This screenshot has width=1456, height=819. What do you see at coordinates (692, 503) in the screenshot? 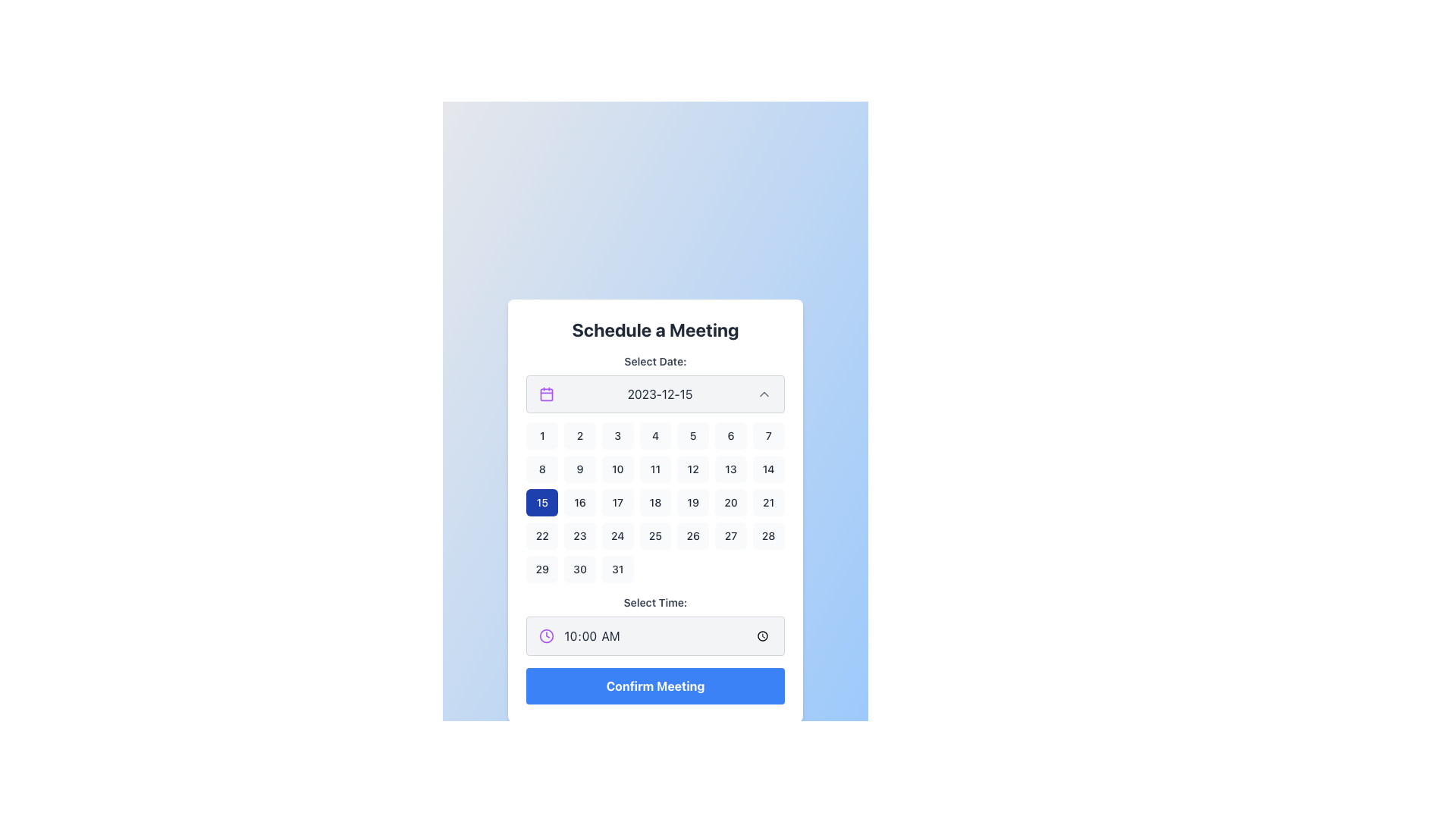
I see `the rounded rectangular button labeled '19', which is located in the fourth row and fifth column of the calendar component` at bounding box center [692, 503].